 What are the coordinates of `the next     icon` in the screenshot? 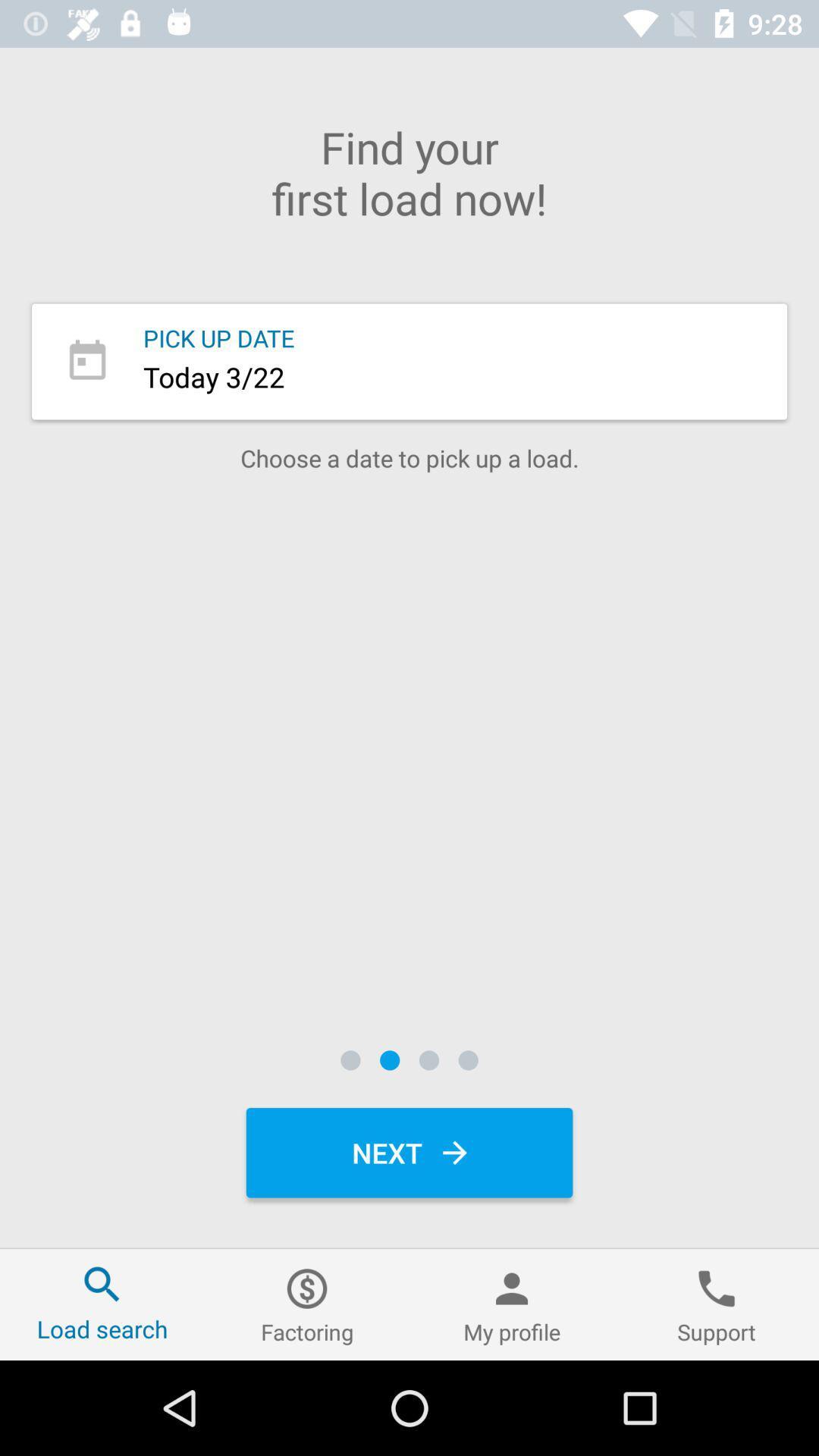 It's located at (409, 1153).